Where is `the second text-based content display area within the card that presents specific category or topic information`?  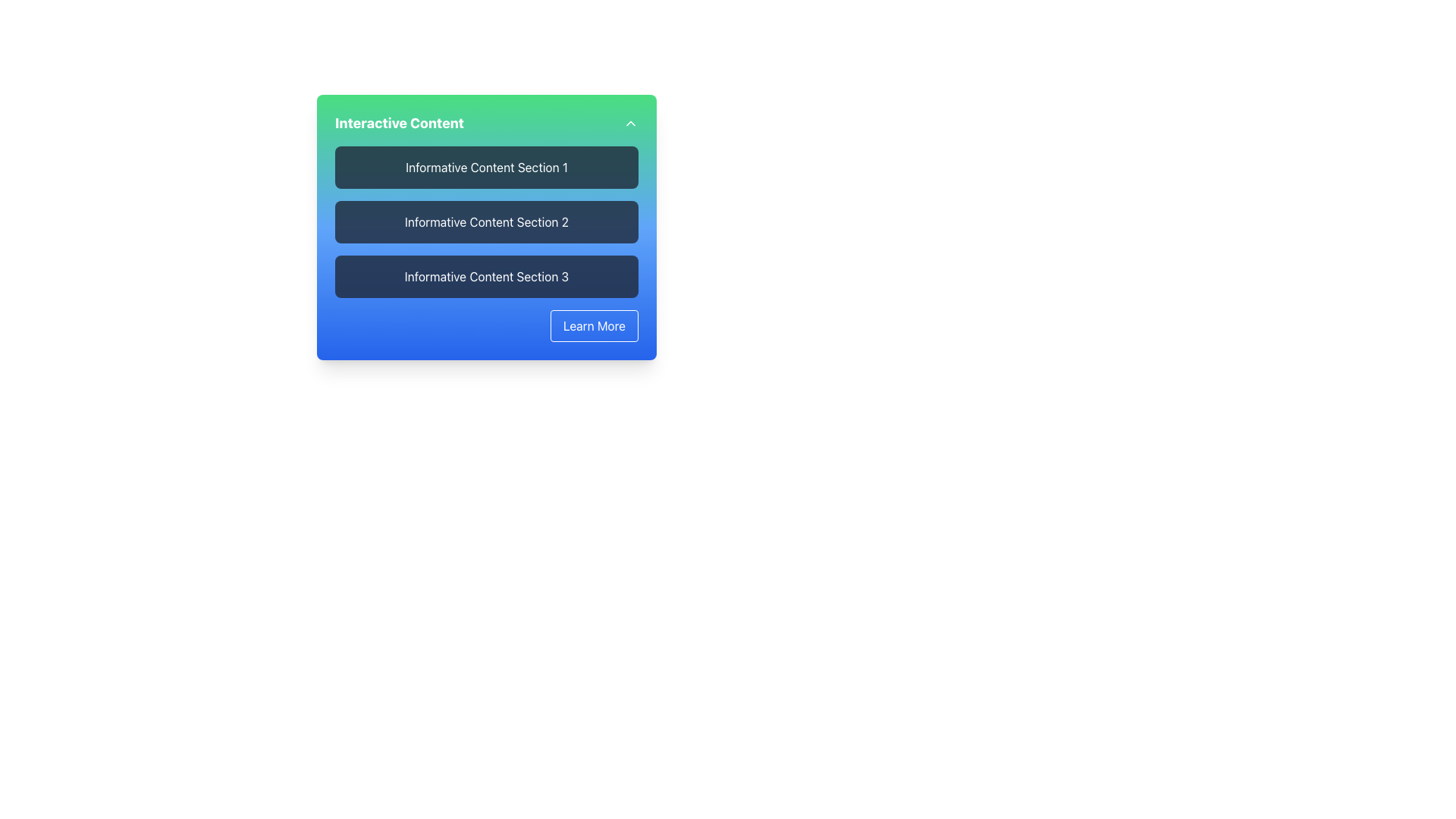
the second text-based content display area within the card that presents specific category or topic information is located at coordinates (487, 227).